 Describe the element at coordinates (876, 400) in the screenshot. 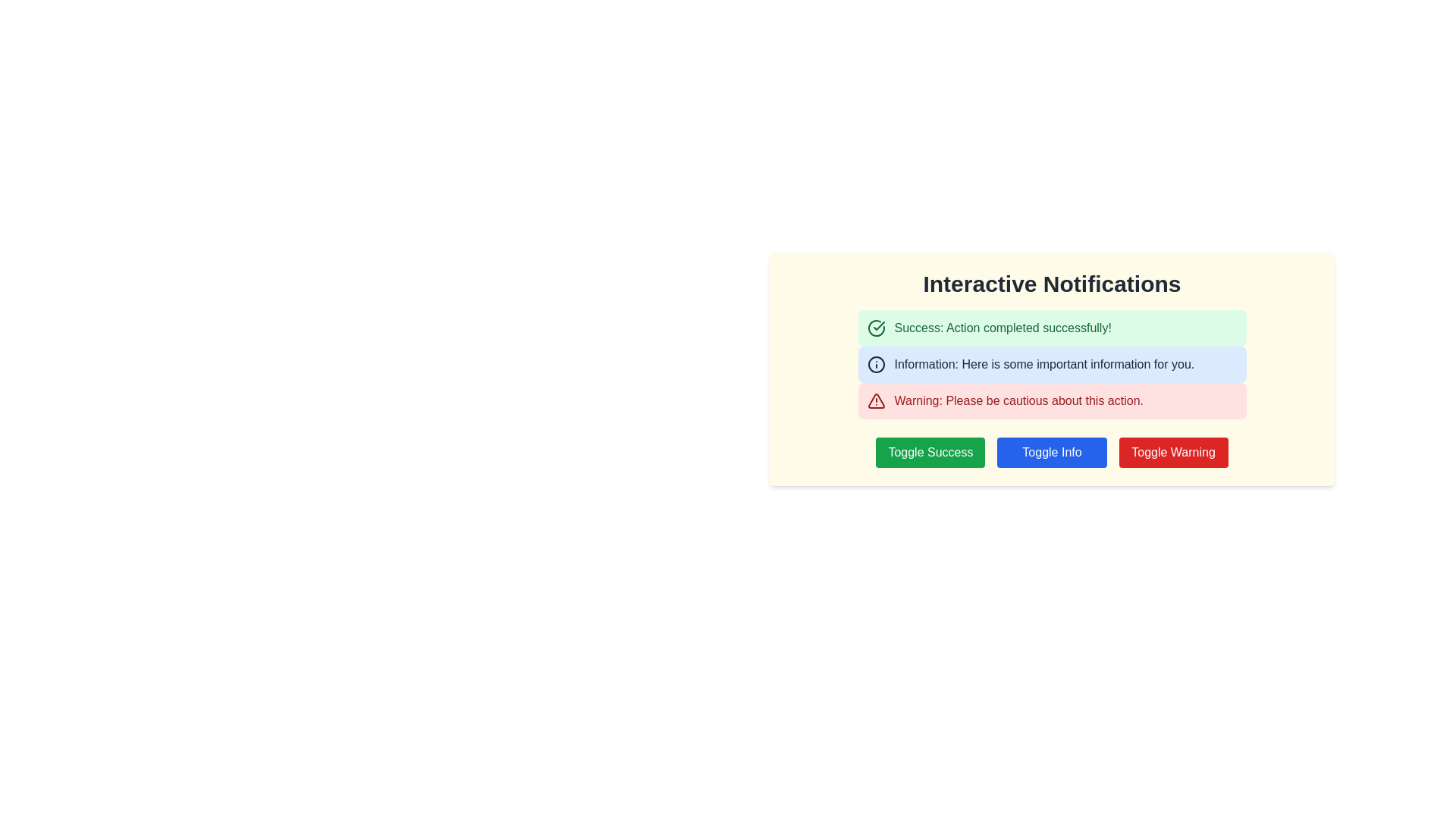

I see `the triangular alert icon with a red border located inside the red notification box labeled 'Warning: Please be cautious about this action.'` at that location.